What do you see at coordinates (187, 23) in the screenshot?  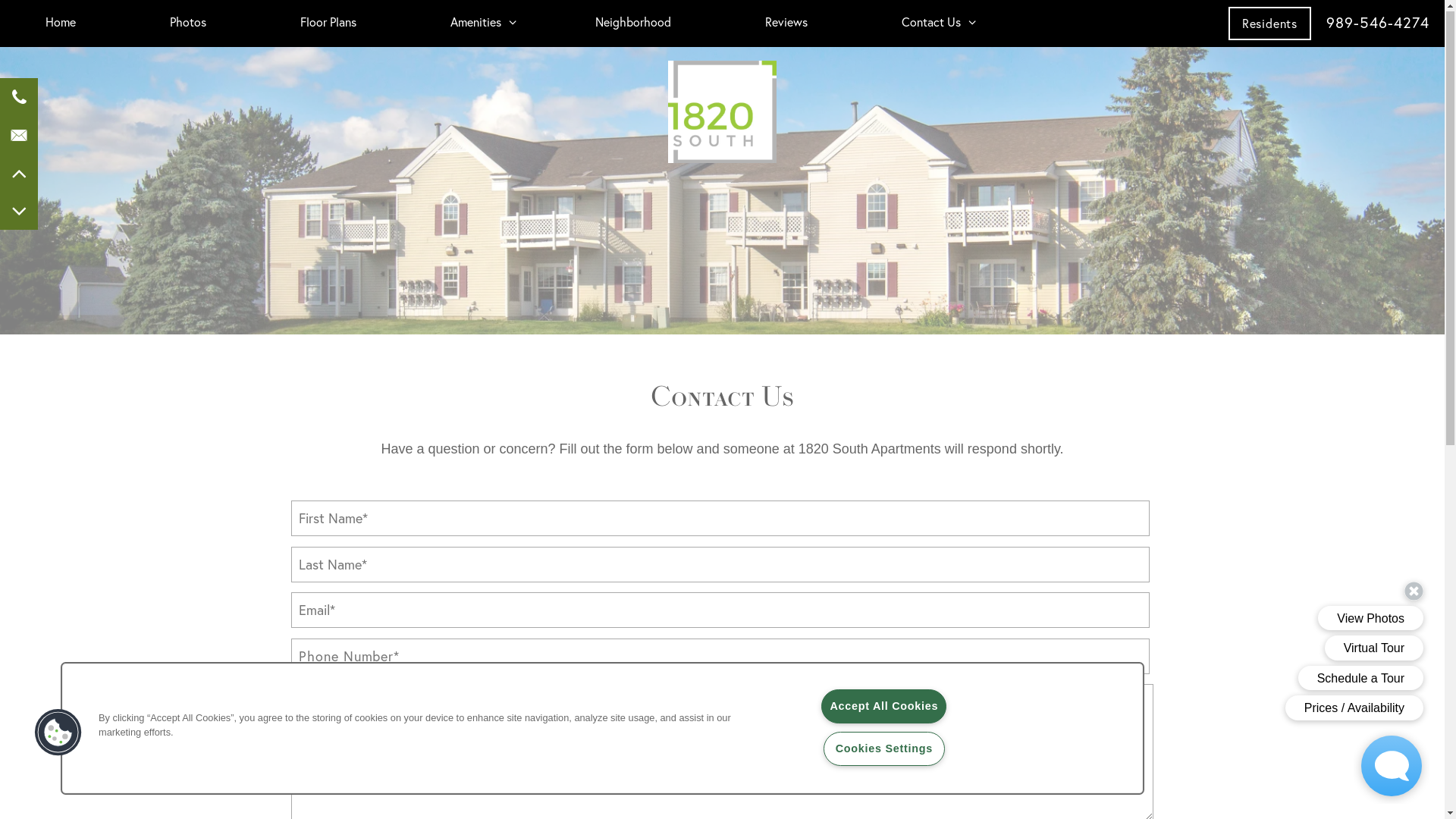 I see `'Photos'` at bounding box center [187, 23].